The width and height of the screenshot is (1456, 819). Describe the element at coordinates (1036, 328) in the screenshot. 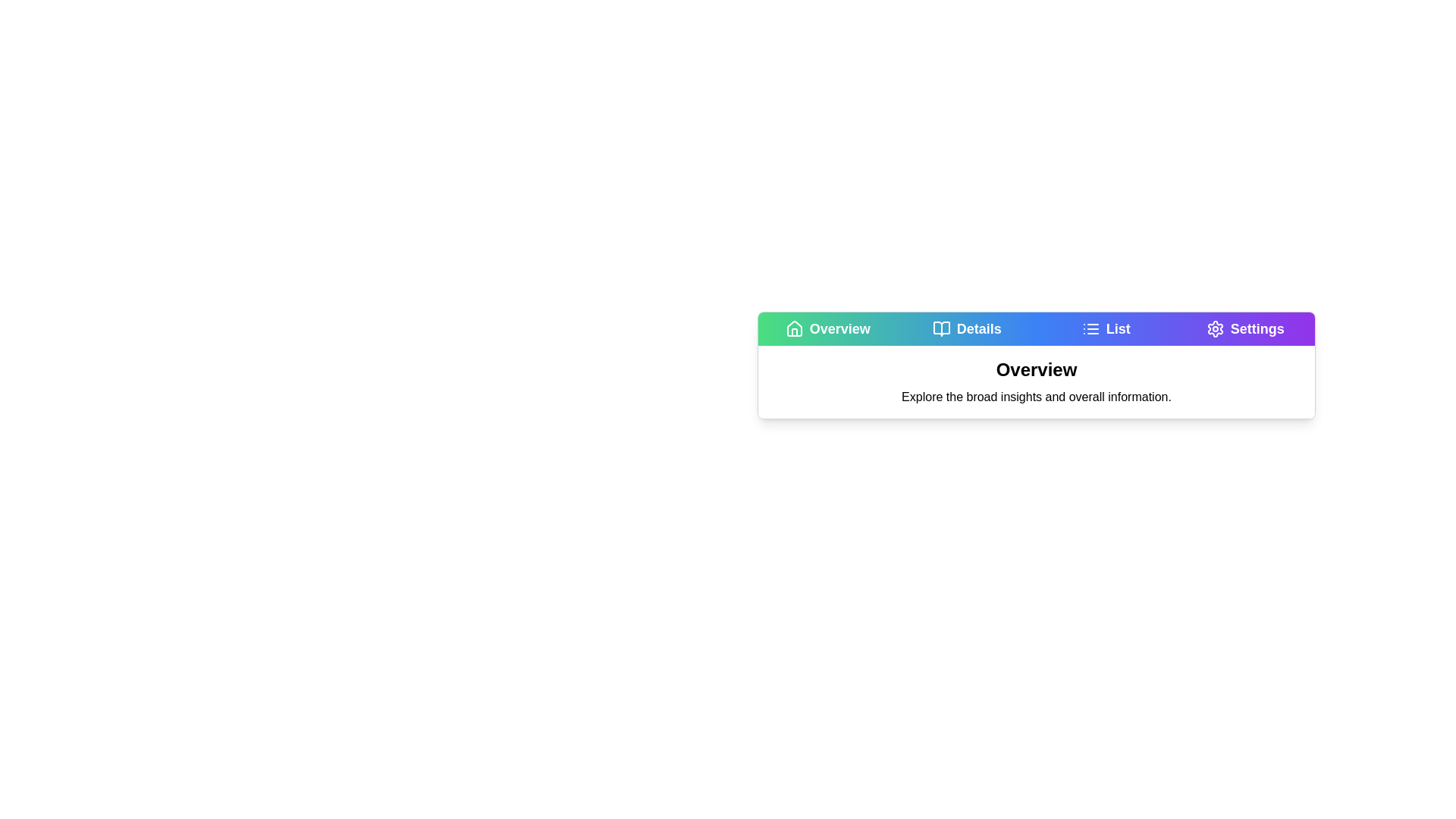

I see `the 'Details' section of the Navigation Bar located at the top of the interface, which allows access to specific views` at that location.